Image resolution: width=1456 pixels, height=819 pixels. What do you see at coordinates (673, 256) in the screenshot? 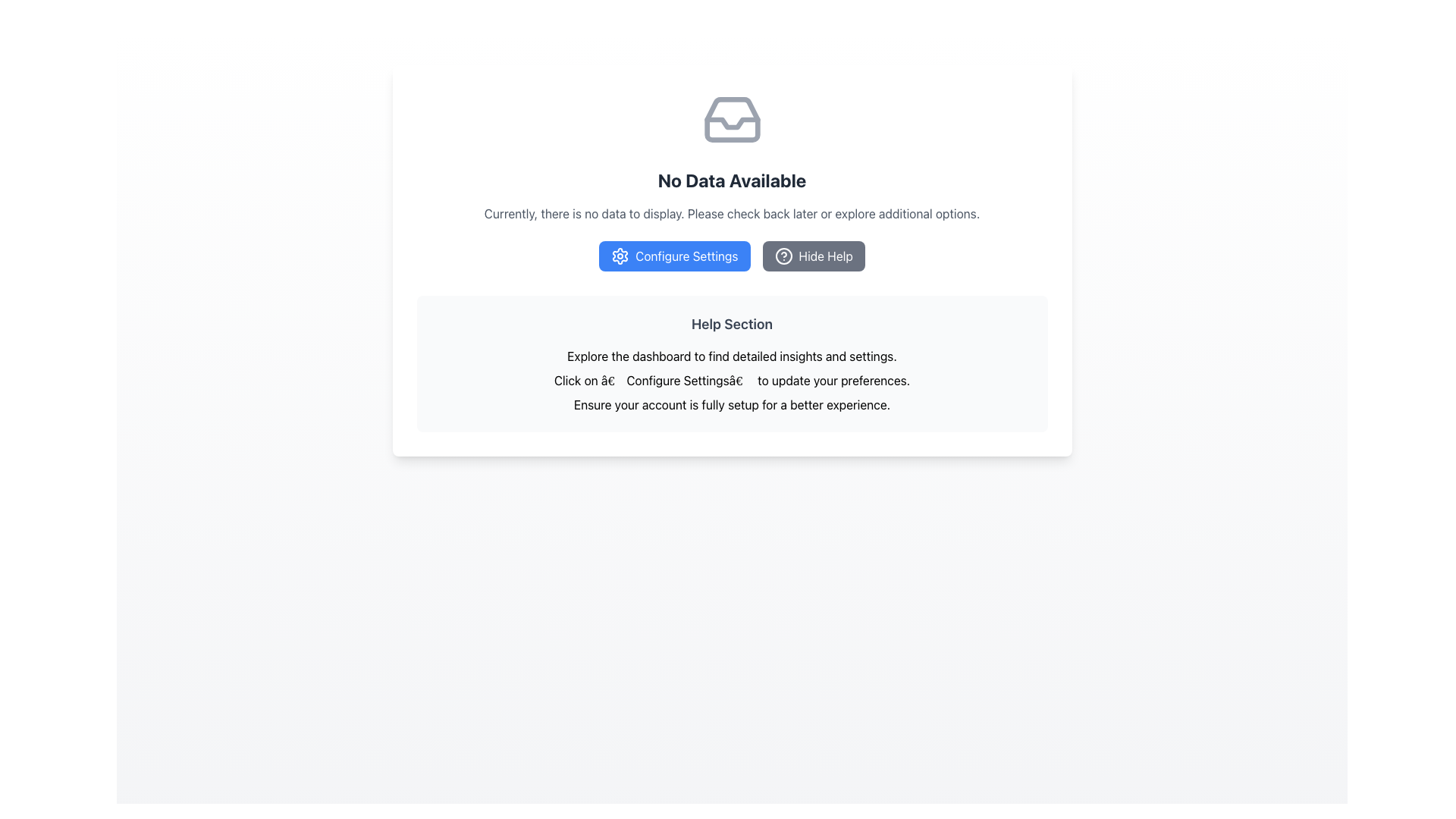
I see `the 'Configure Settings' button, which is a rectangular button with a gear icon and white text on a blue background, to trigger hover-based visual effects` at bounding box center [673, 256].